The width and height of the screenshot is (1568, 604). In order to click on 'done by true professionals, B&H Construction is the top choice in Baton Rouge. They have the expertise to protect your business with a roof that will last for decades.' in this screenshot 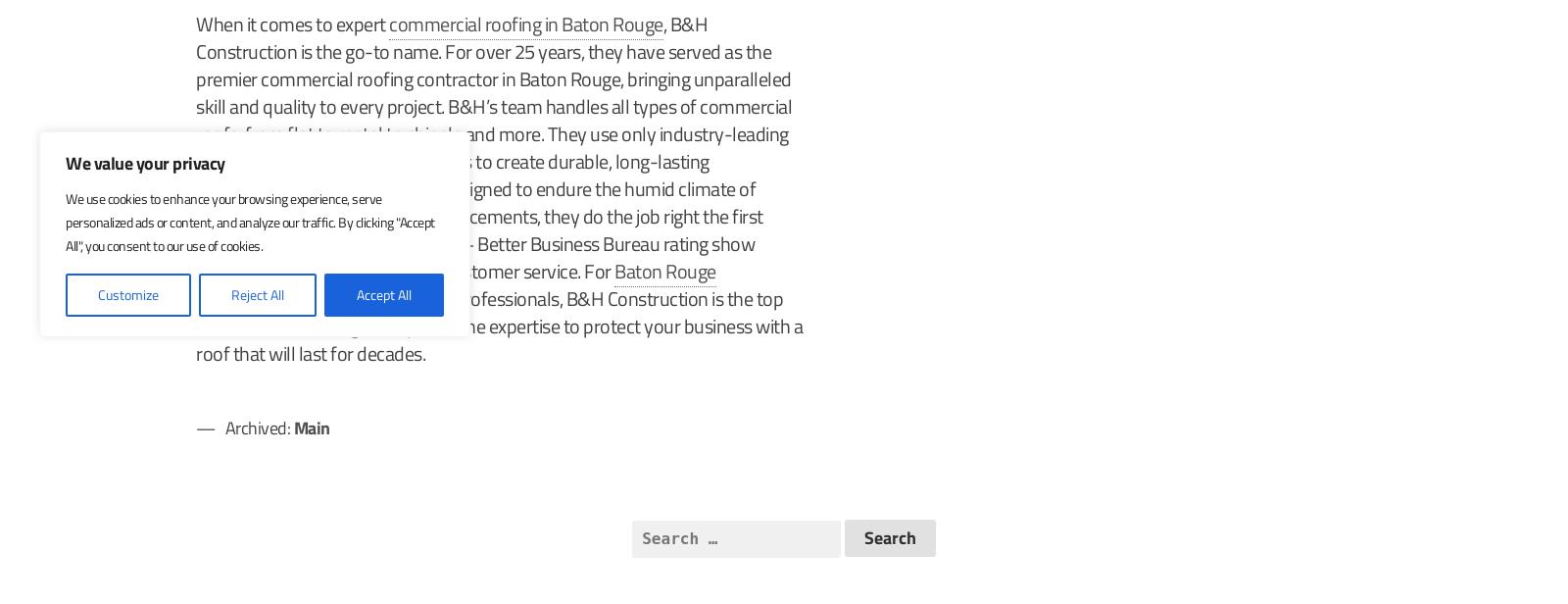, I will do `click(498, 326)`.